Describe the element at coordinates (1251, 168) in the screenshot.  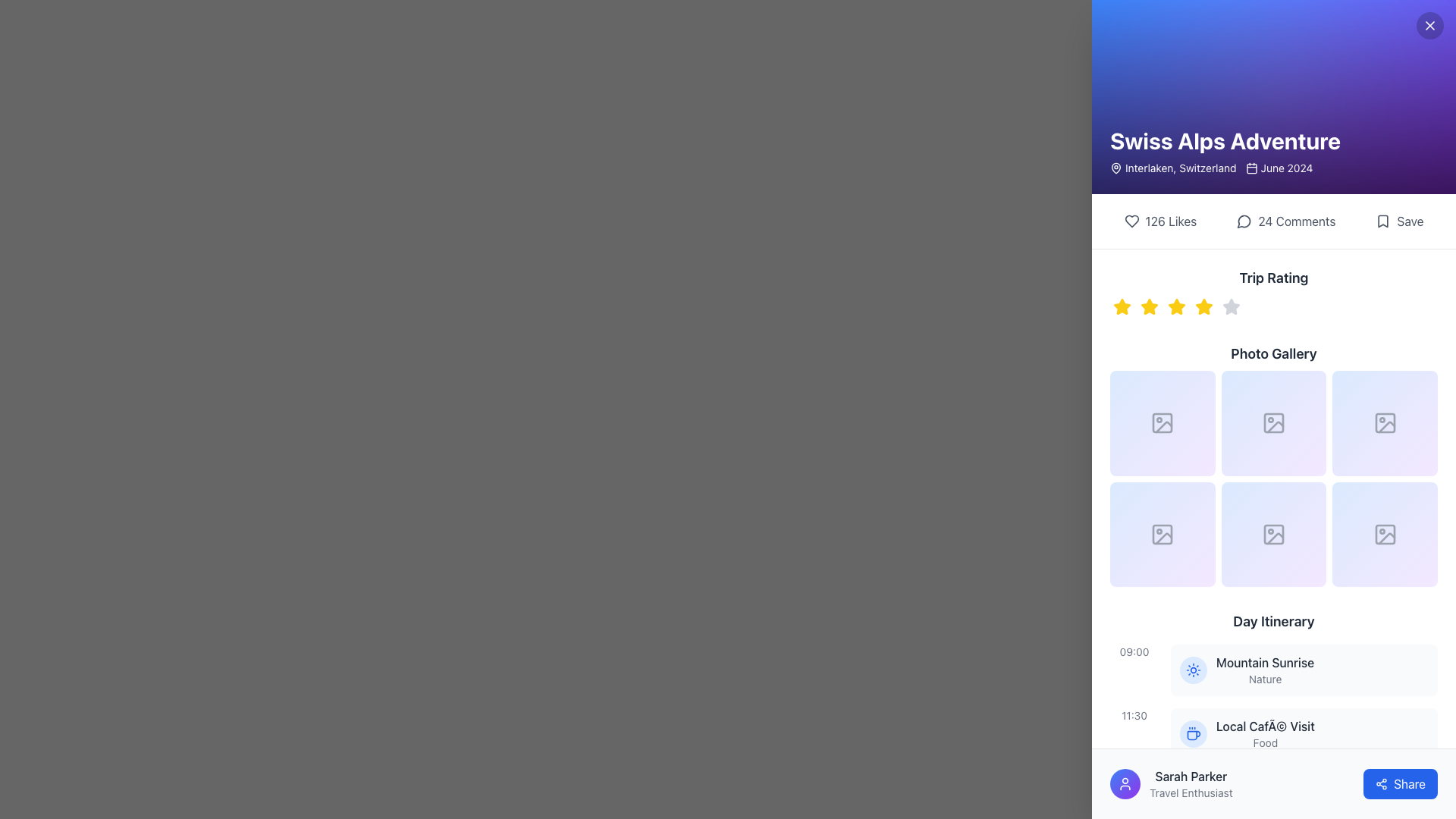
I see `the small square icon with rounded corners that is part of the calendar icon interface` at that location.